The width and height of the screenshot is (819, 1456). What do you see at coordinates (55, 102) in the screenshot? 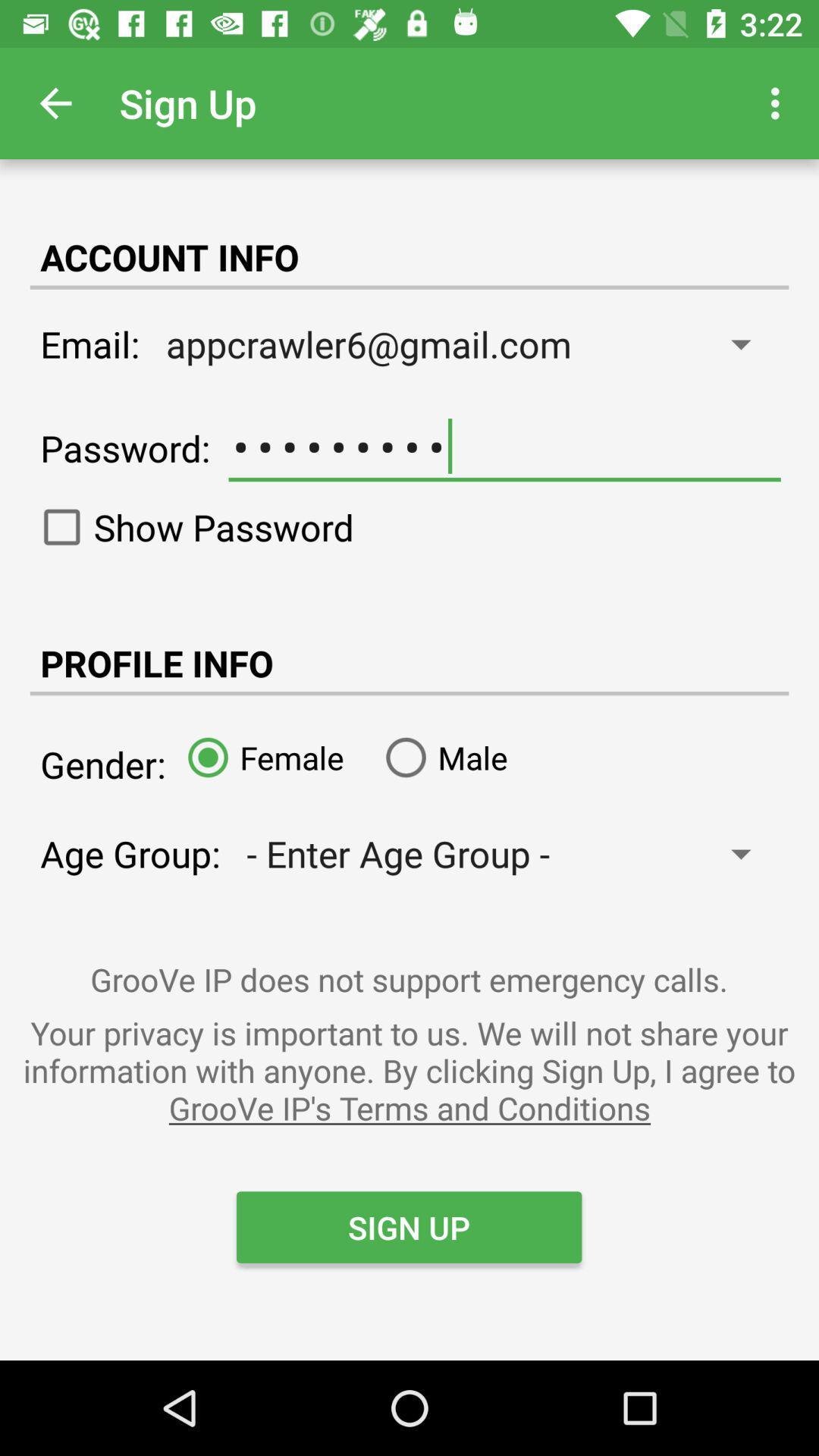
I see `app to the left of sign up icon` at bounding box center [55, 102].